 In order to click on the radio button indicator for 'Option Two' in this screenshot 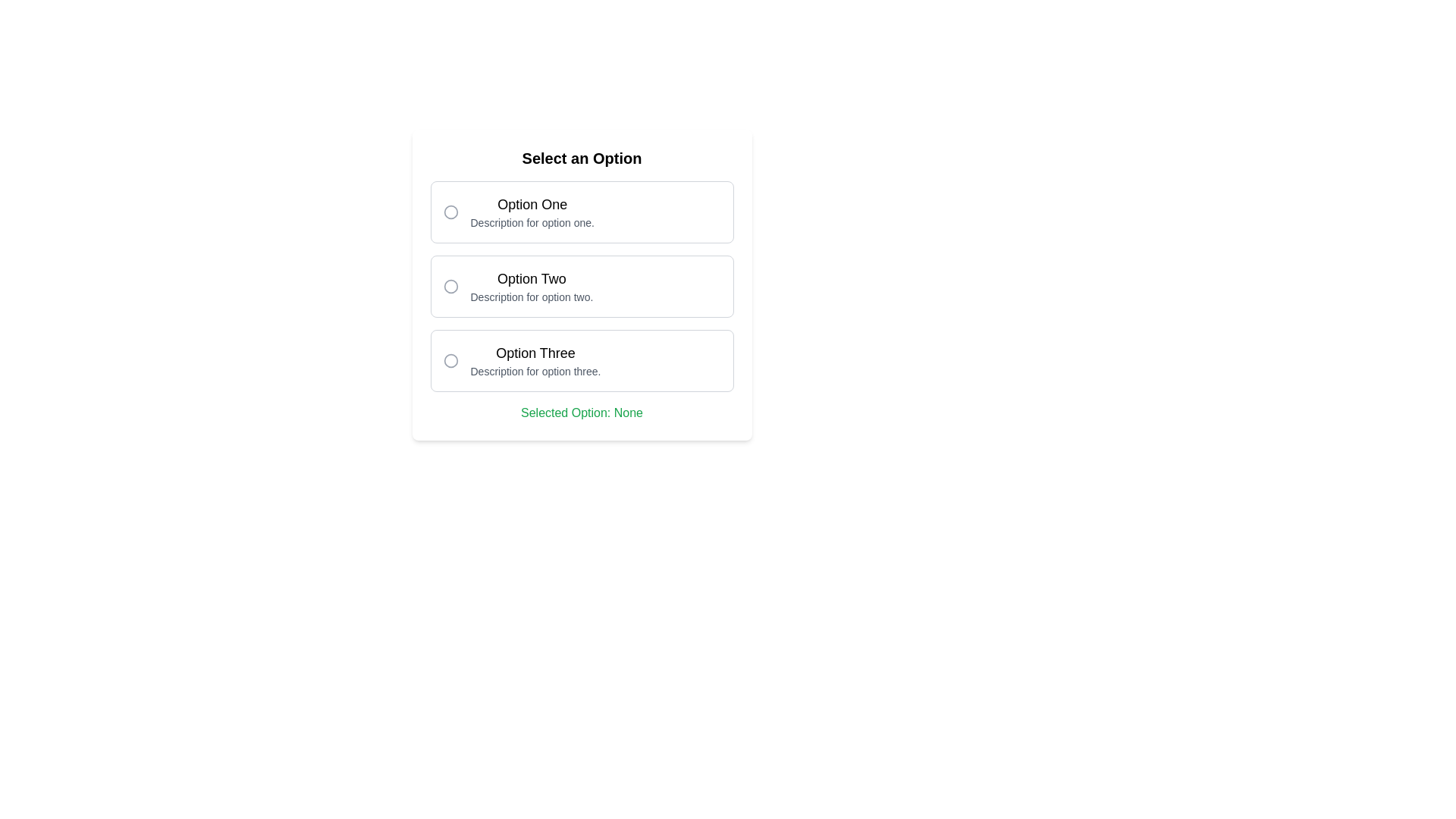, I will do `click(450, 287)`.